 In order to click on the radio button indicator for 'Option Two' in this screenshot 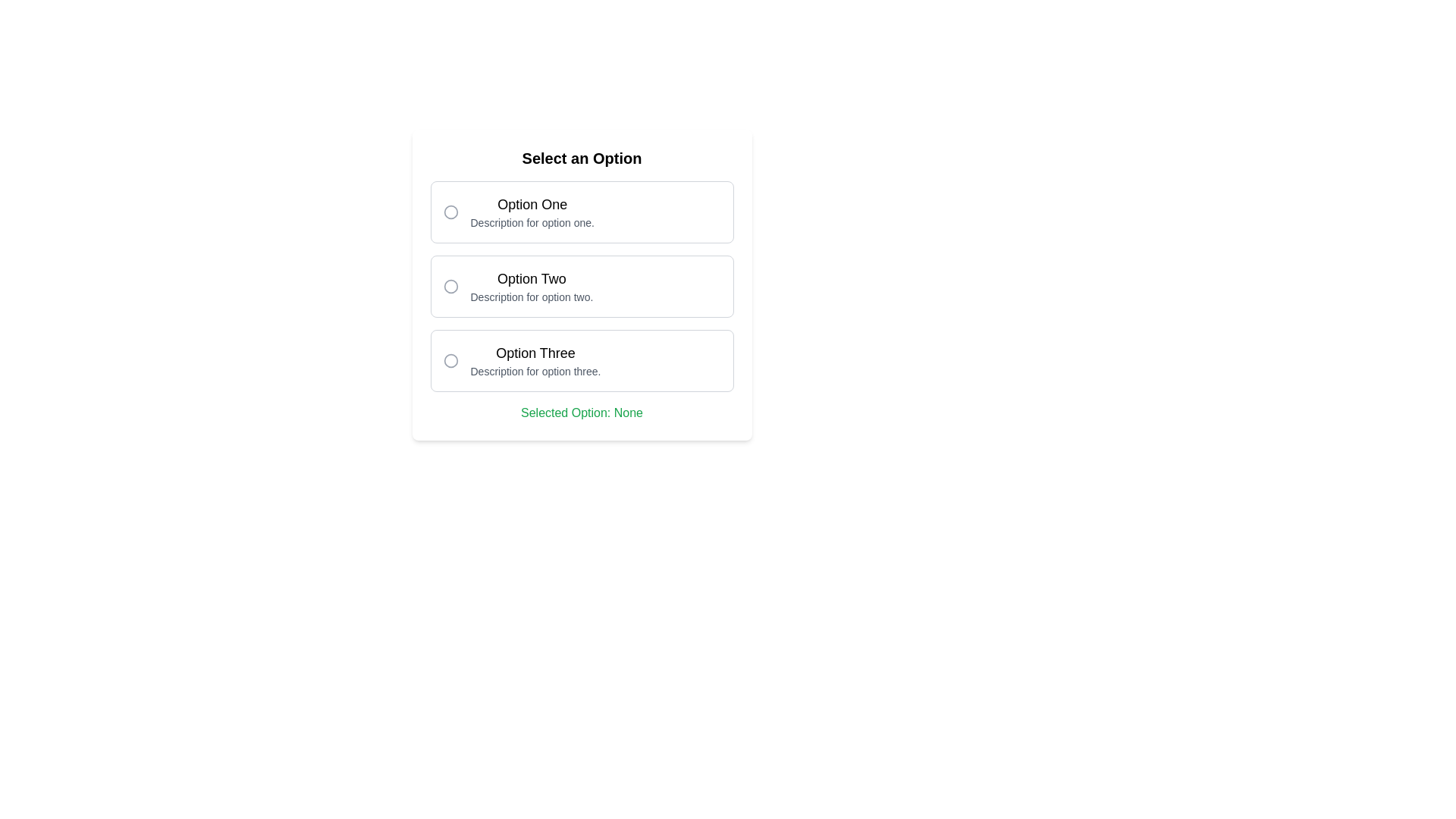, I will do `click(450, 287)`.